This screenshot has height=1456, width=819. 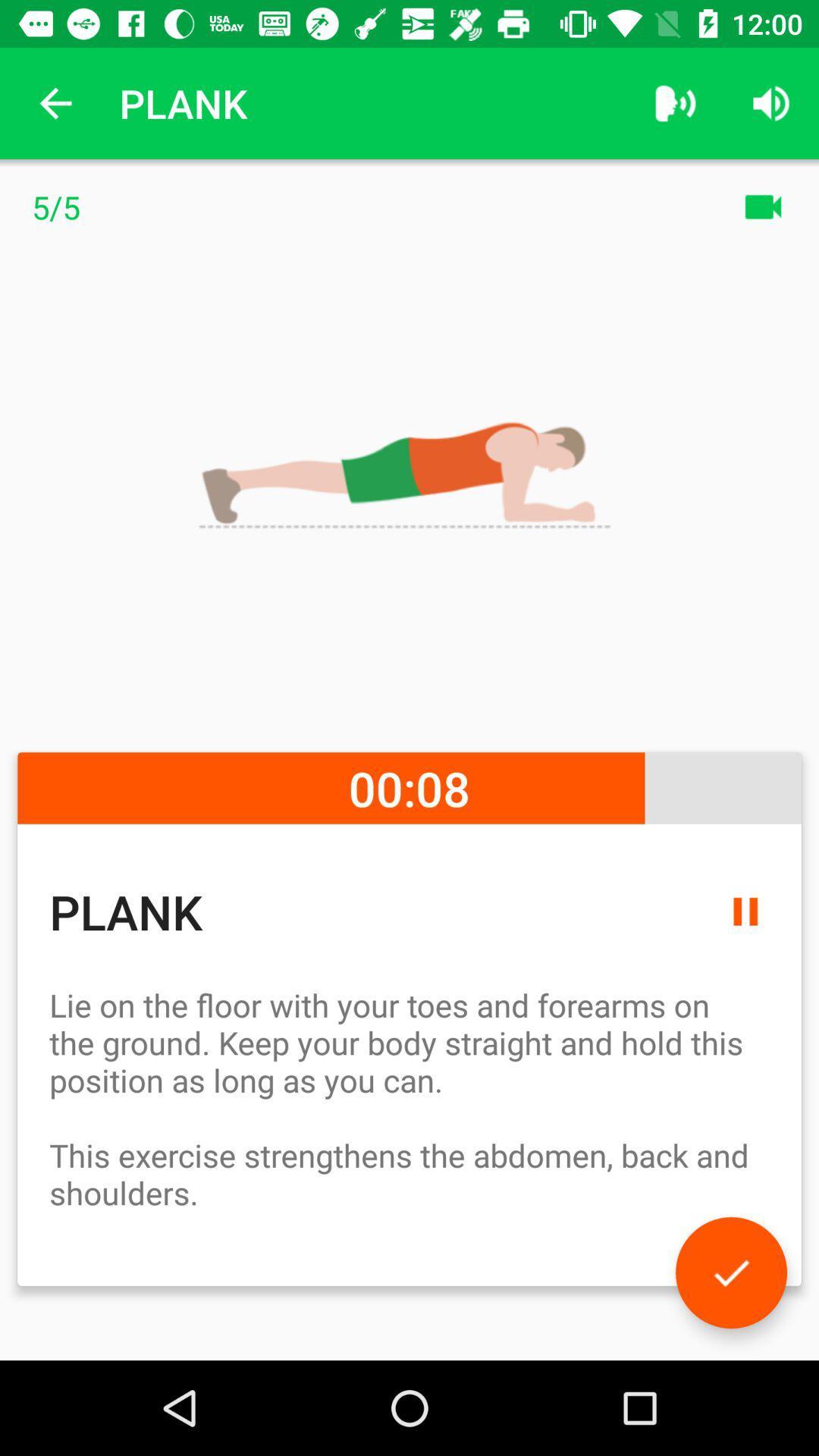 What do you see at coordinates (675, 102) in the screenshot?
I see `the item next to the plank item` at bounding box center [675, 102].